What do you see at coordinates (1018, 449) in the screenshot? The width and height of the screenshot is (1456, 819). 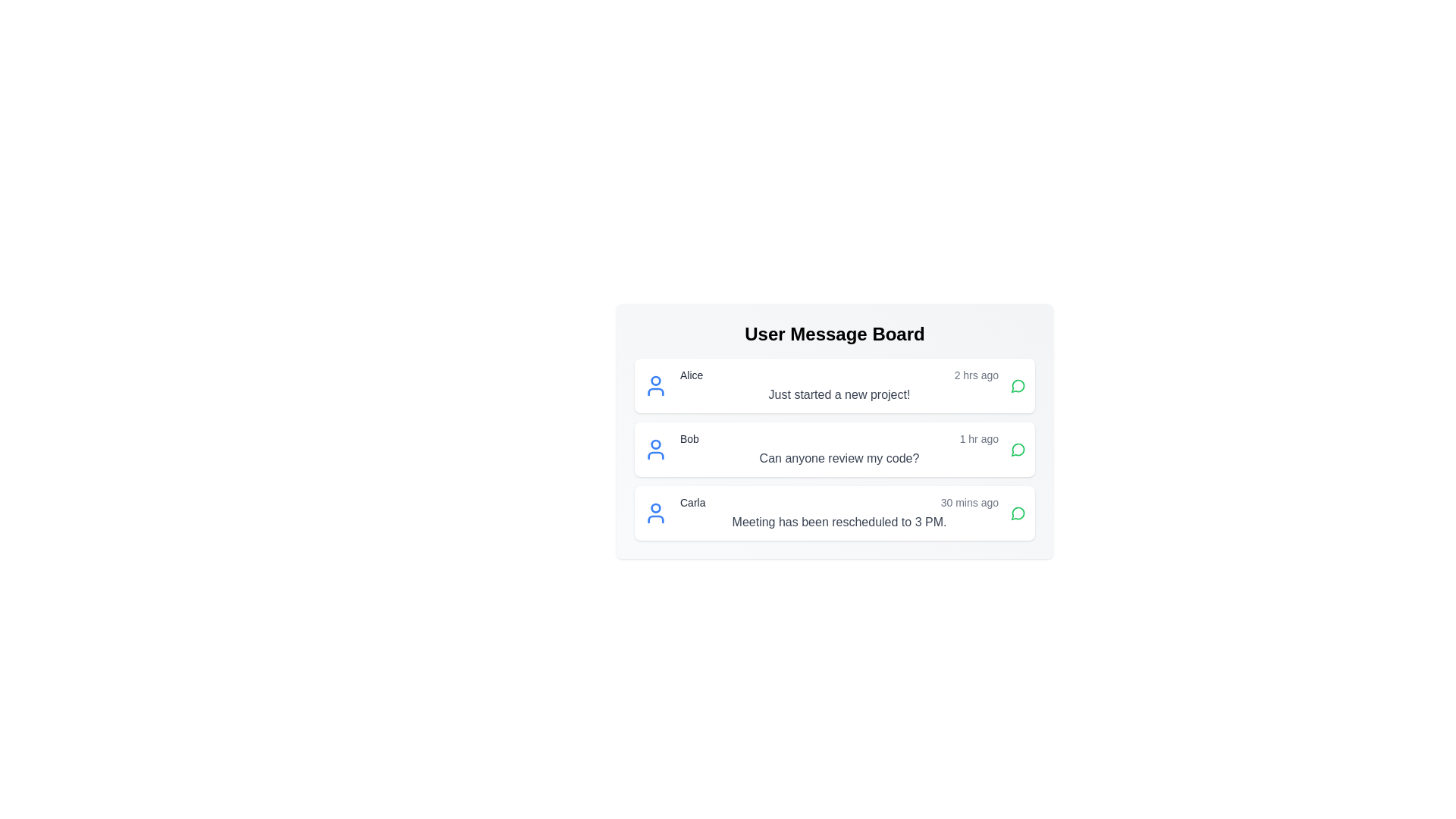 I see `the action button for the message from Bob` at bounding box center [1018, 449].